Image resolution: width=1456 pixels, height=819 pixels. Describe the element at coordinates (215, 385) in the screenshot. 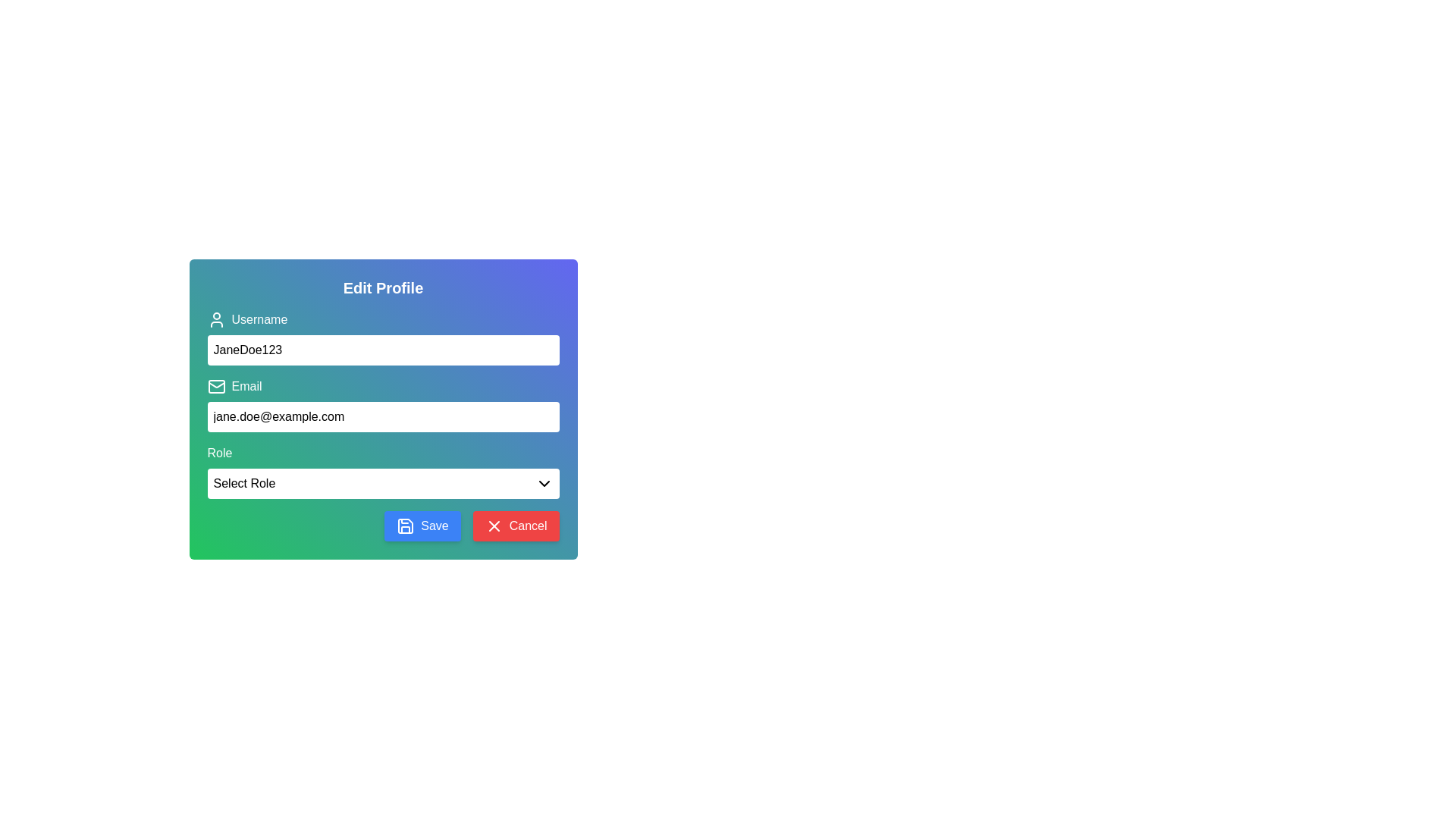

I see `the SVG graphical element representing an envelope, which is part of the 'Email' field, located to the left of the text input box labeled 'Email'` at that location.